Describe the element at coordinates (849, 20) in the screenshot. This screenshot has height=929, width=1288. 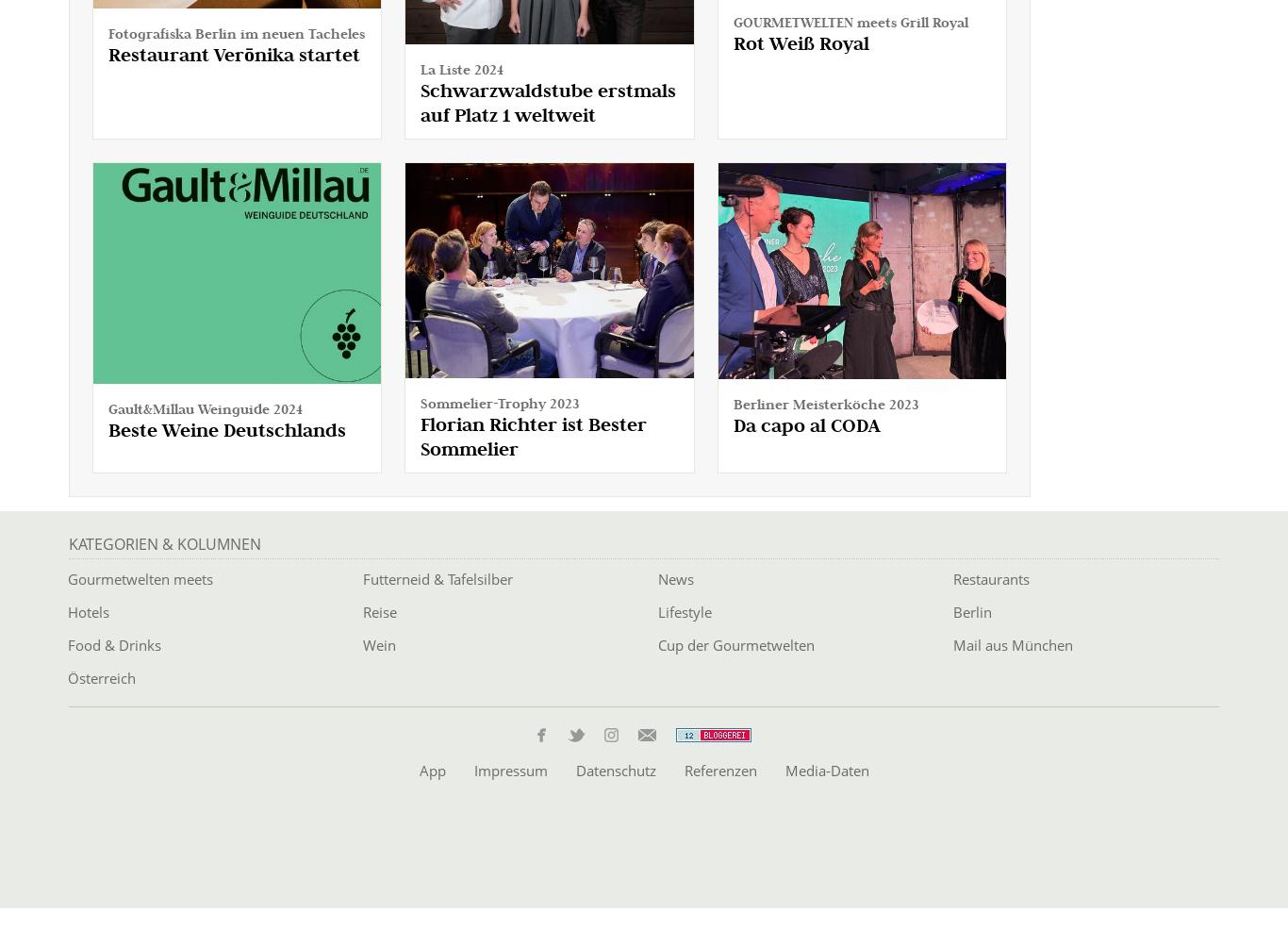
I see `'GOURMETWELTEN meets Grill Royal'` at that location.